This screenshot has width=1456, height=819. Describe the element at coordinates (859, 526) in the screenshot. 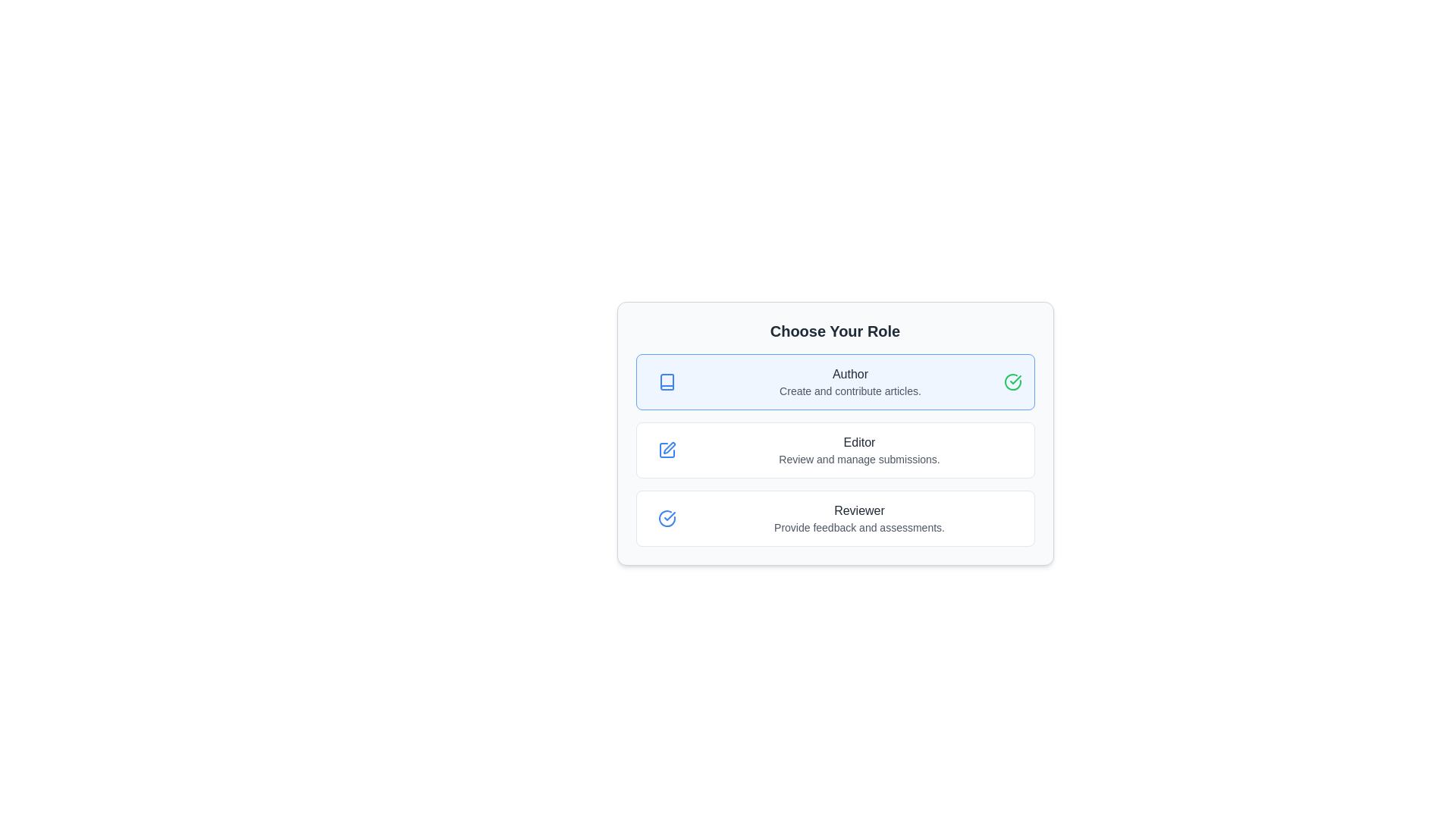

I see `descriptive text label providing information about the 'Reviewer' role, located directly below the bold title 'Reviewer' in the 'Choose Your Role' interface` at that location.